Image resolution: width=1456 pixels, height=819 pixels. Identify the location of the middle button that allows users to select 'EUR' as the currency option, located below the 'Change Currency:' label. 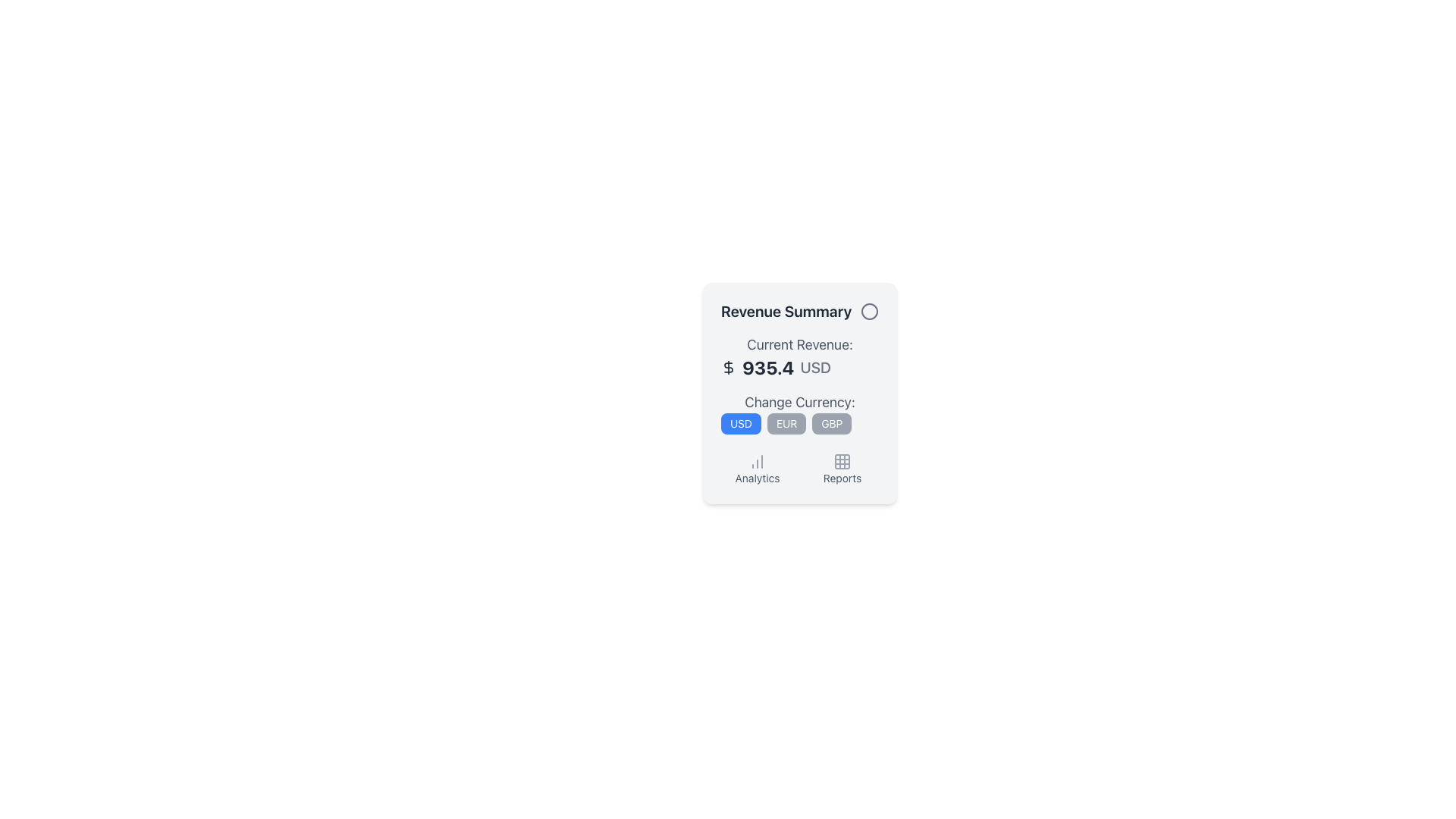
(799, 424).